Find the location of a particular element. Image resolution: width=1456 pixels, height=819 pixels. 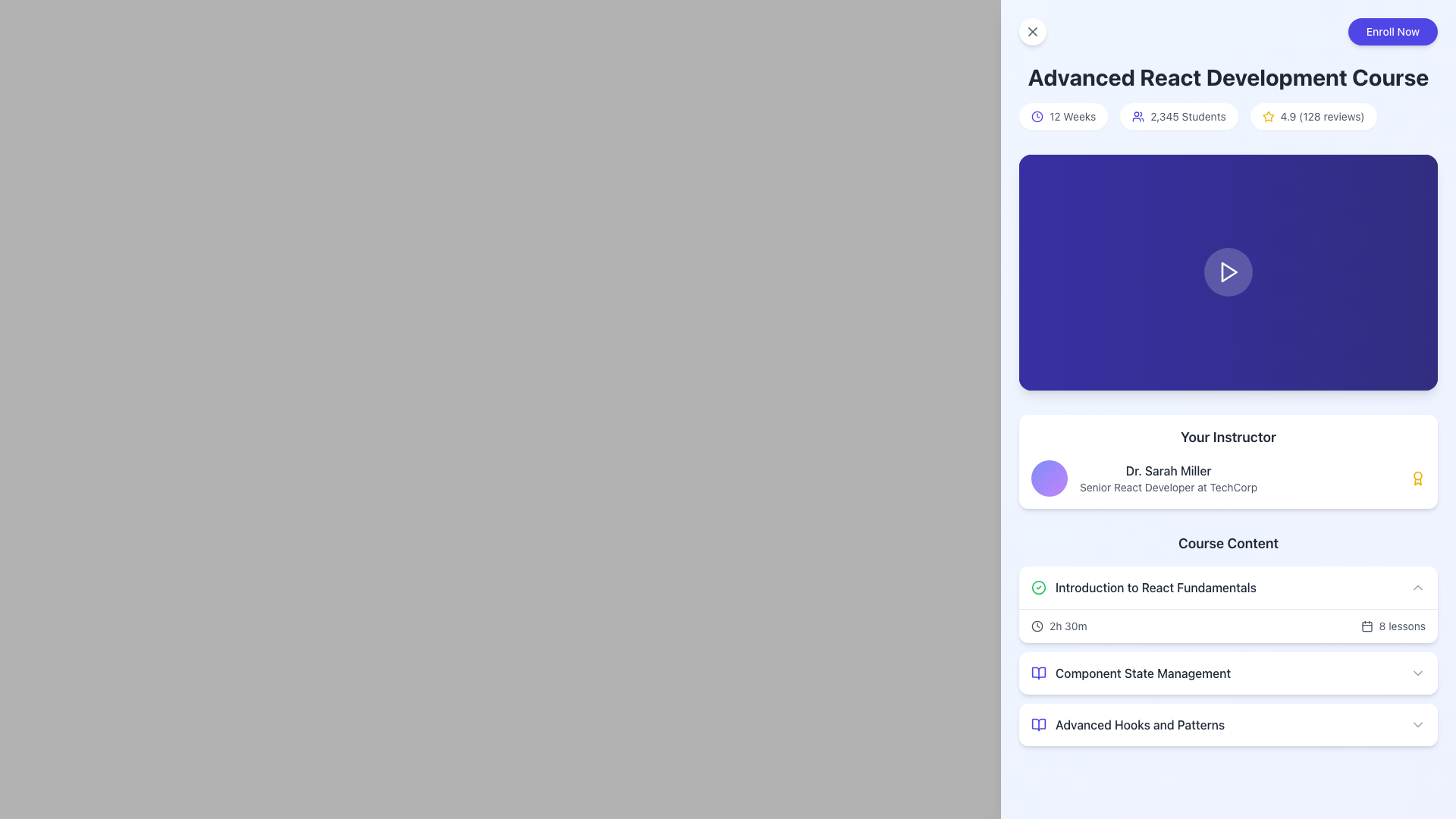

the SVG rectangle element that represents the primary calendar visual in the calendar icon is located at coordinates (1367, 626).